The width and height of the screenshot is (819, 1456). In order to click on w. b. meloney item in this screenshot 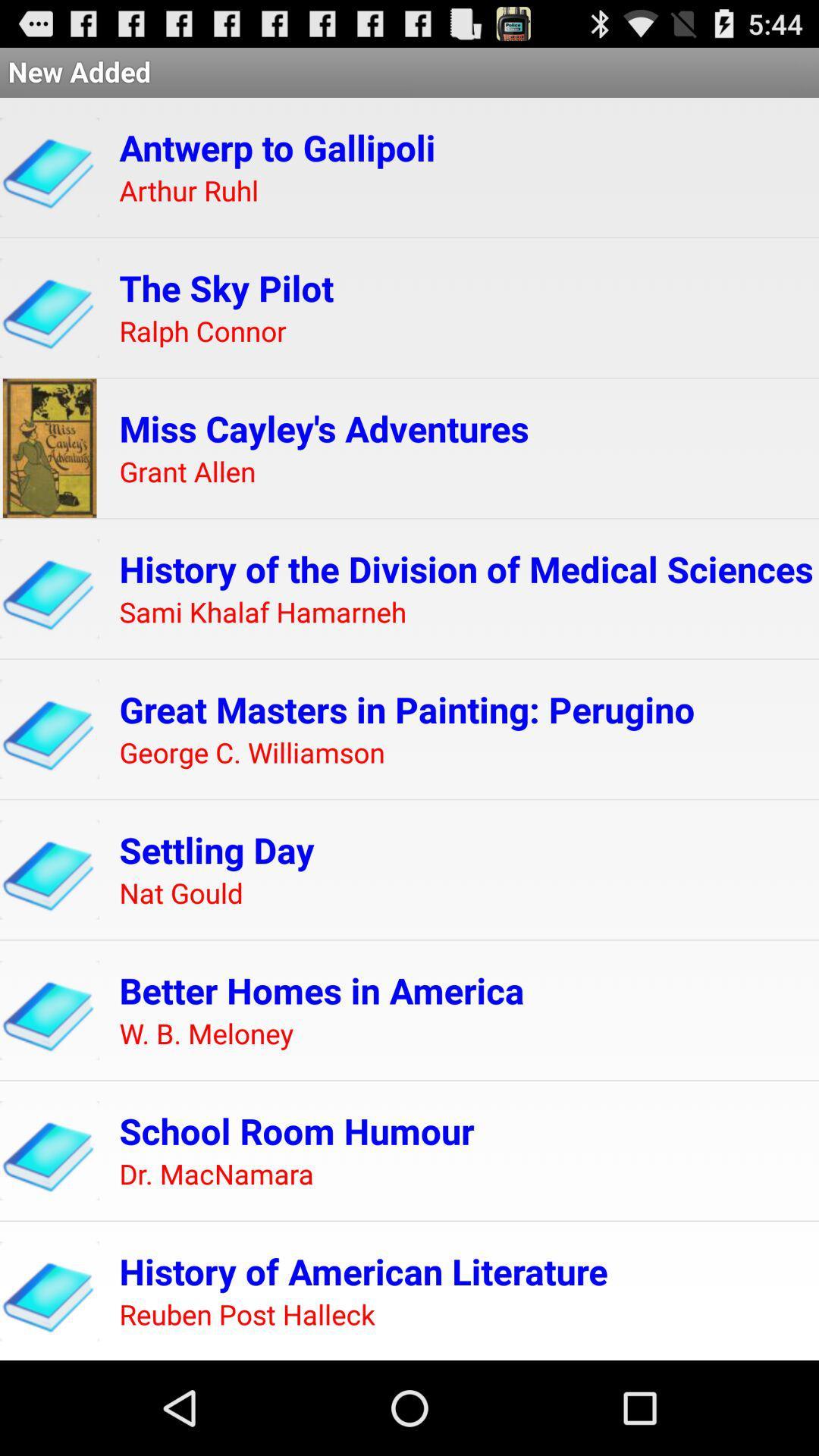, I will do `click(206, 1034)`.